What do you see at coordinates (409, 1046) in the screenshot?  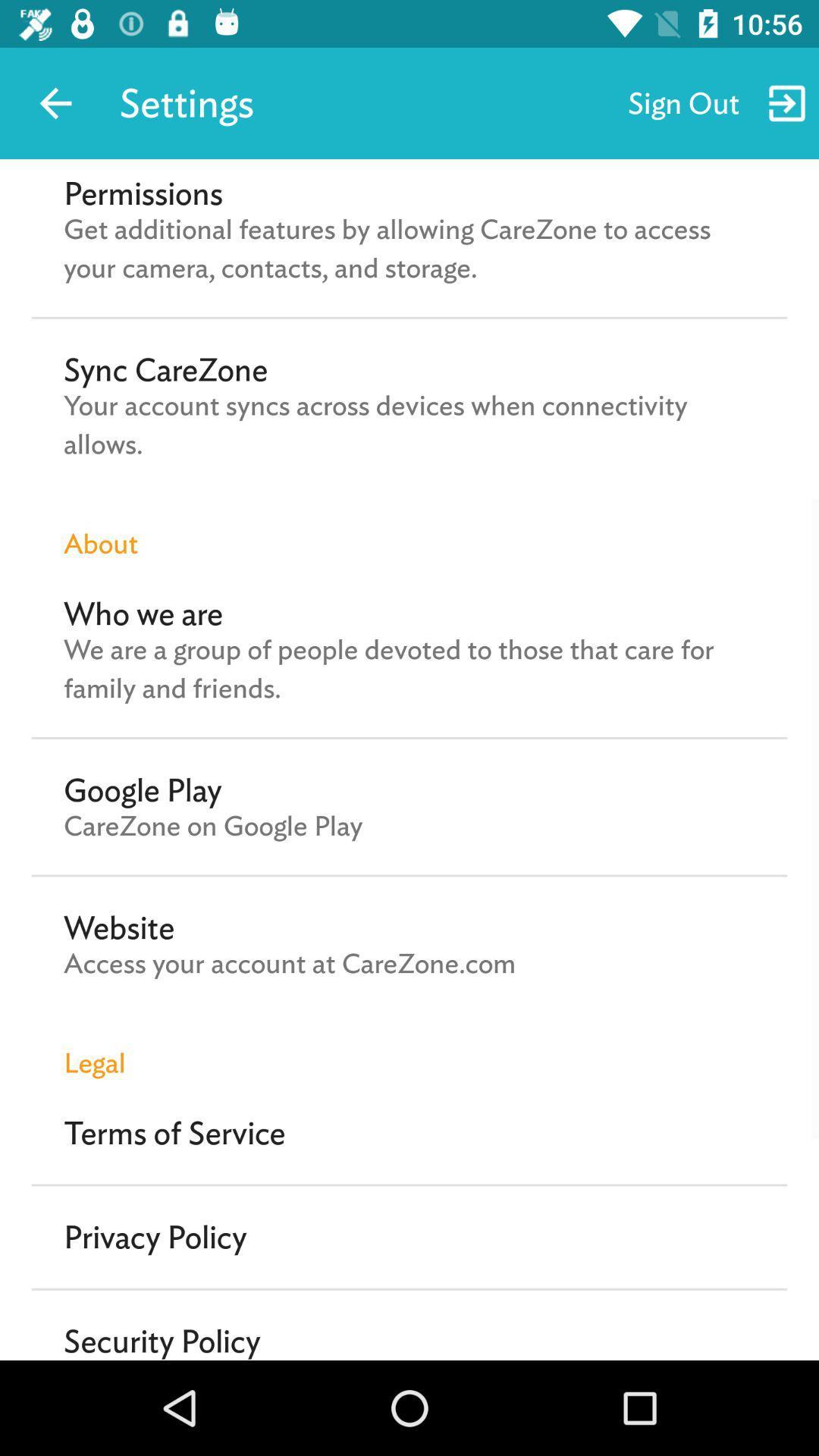 I see `the legal` at bounding box center [409, 1046].